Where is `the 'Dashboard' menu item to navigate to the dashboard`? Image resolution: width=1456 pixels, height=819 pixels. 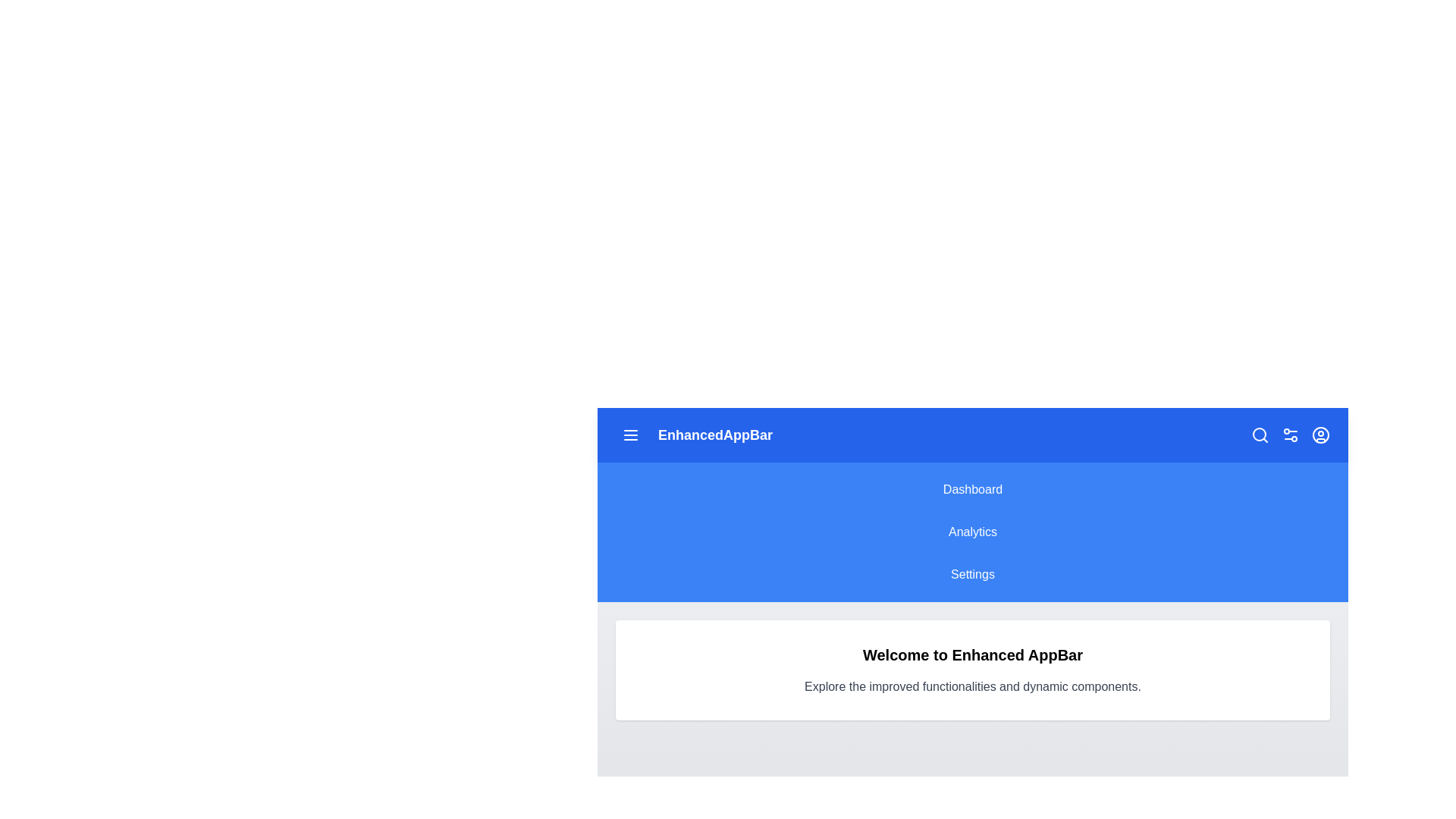
the 'Dashboard' menu item to navigate to the dashboard is located at coordinates (972, 489).